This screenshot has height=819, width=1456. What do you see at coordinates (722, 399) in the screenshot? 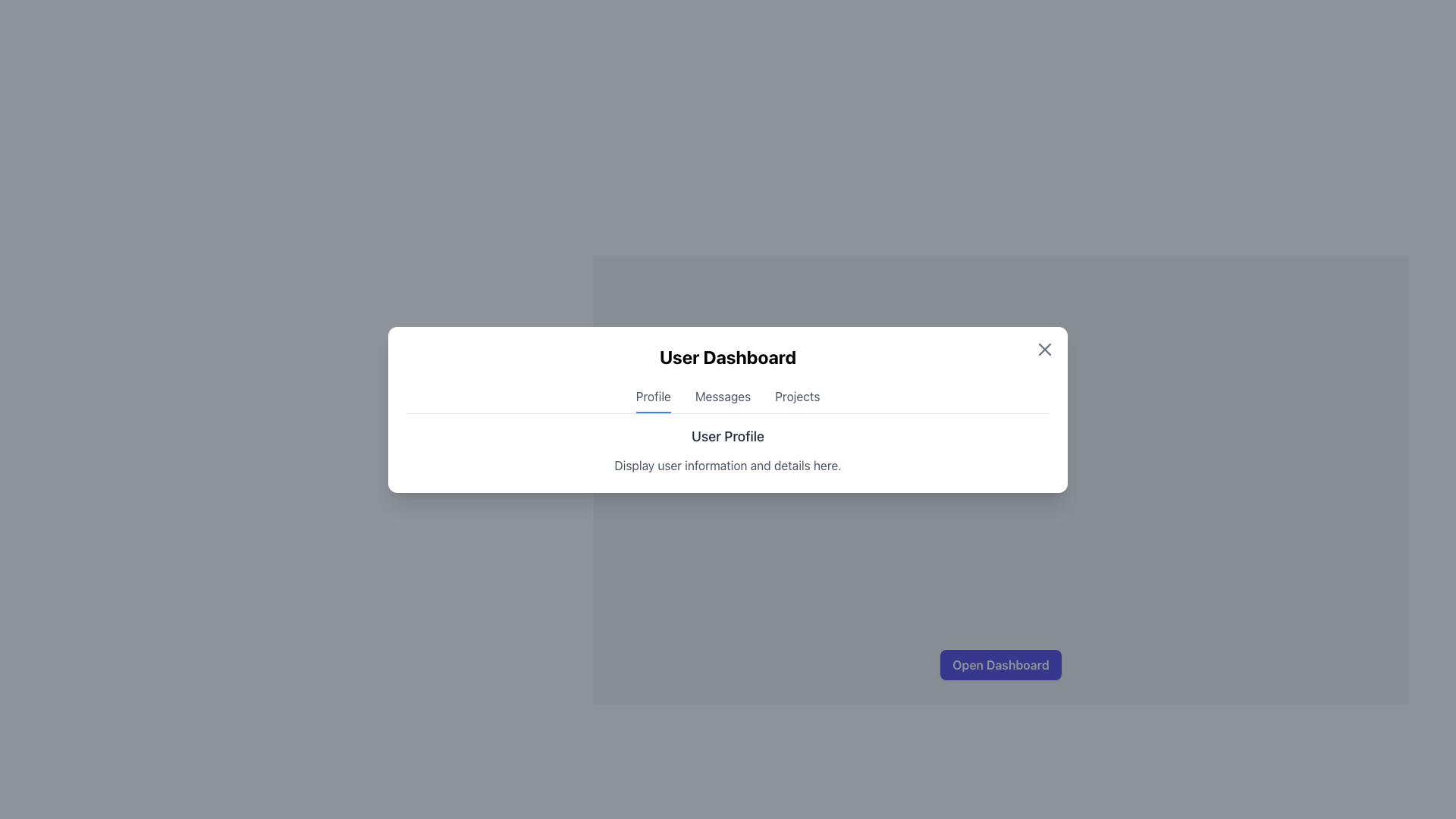
I see `the 'Messages' text label in the navigation bar` at bounding box center [722, 399].